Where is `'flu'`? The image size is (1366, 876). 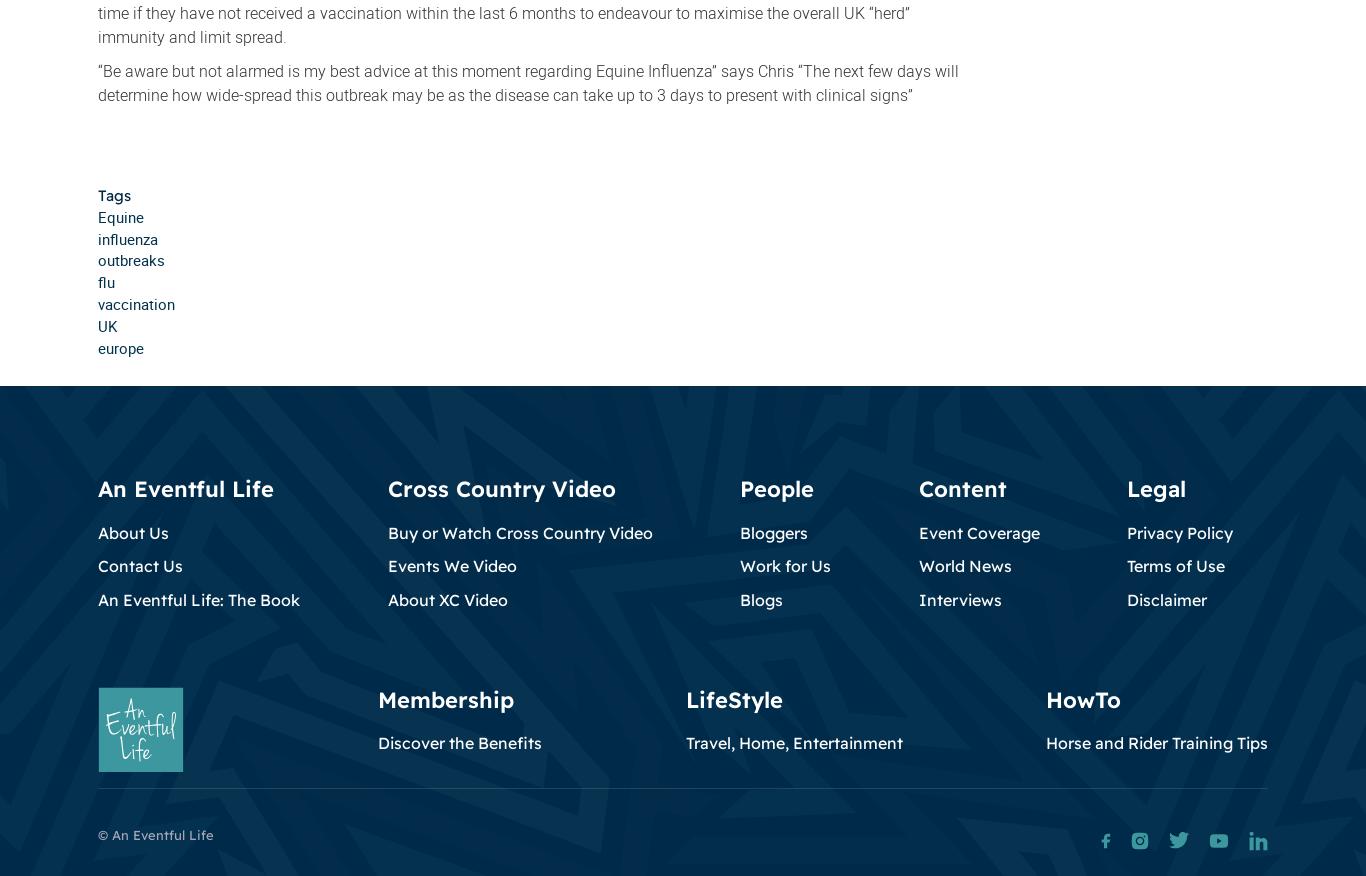 'flu' is located at coordinates (106, 281).